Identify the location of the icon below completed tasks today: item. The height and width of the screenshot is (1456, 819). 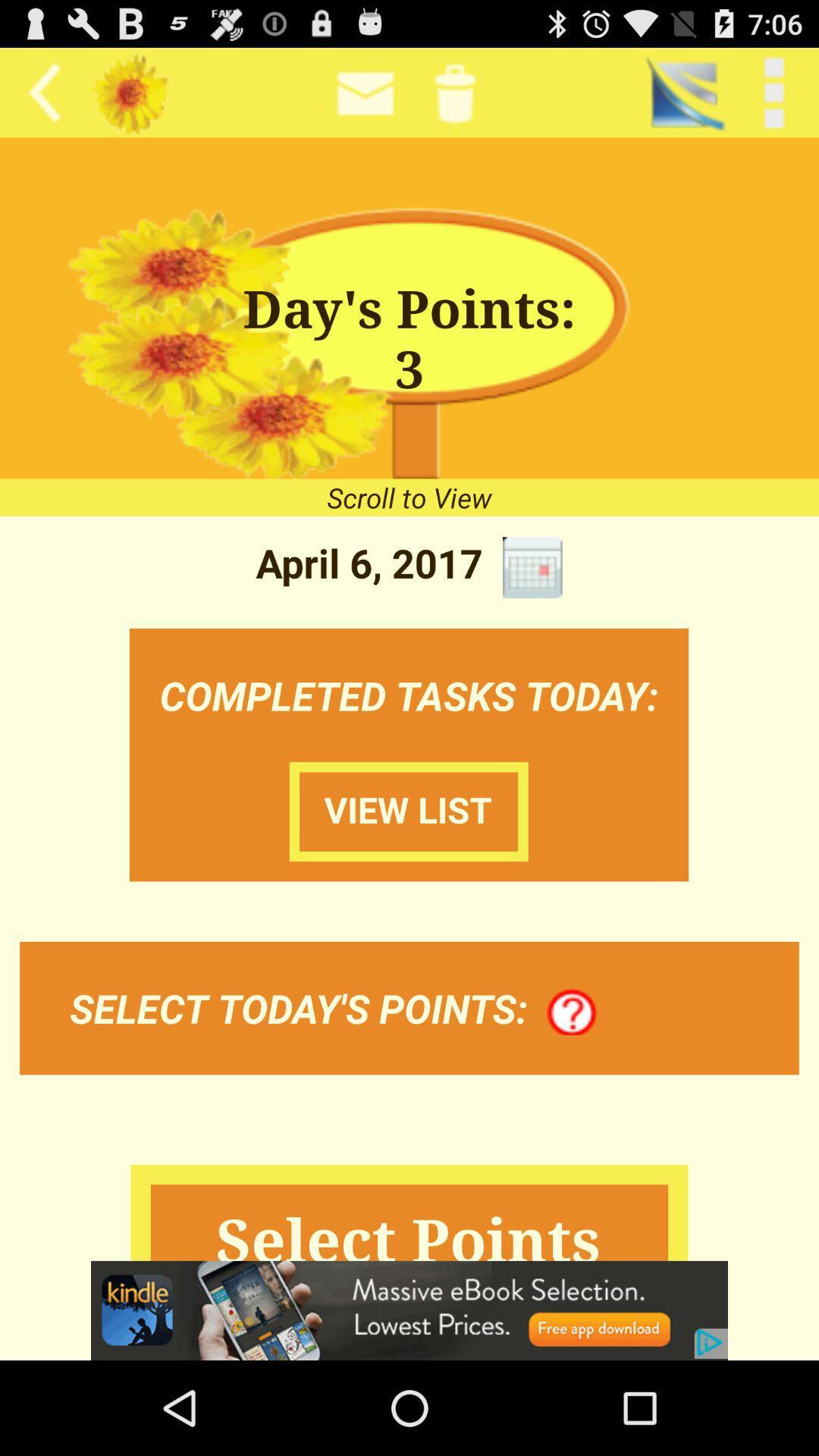
(408, 811).